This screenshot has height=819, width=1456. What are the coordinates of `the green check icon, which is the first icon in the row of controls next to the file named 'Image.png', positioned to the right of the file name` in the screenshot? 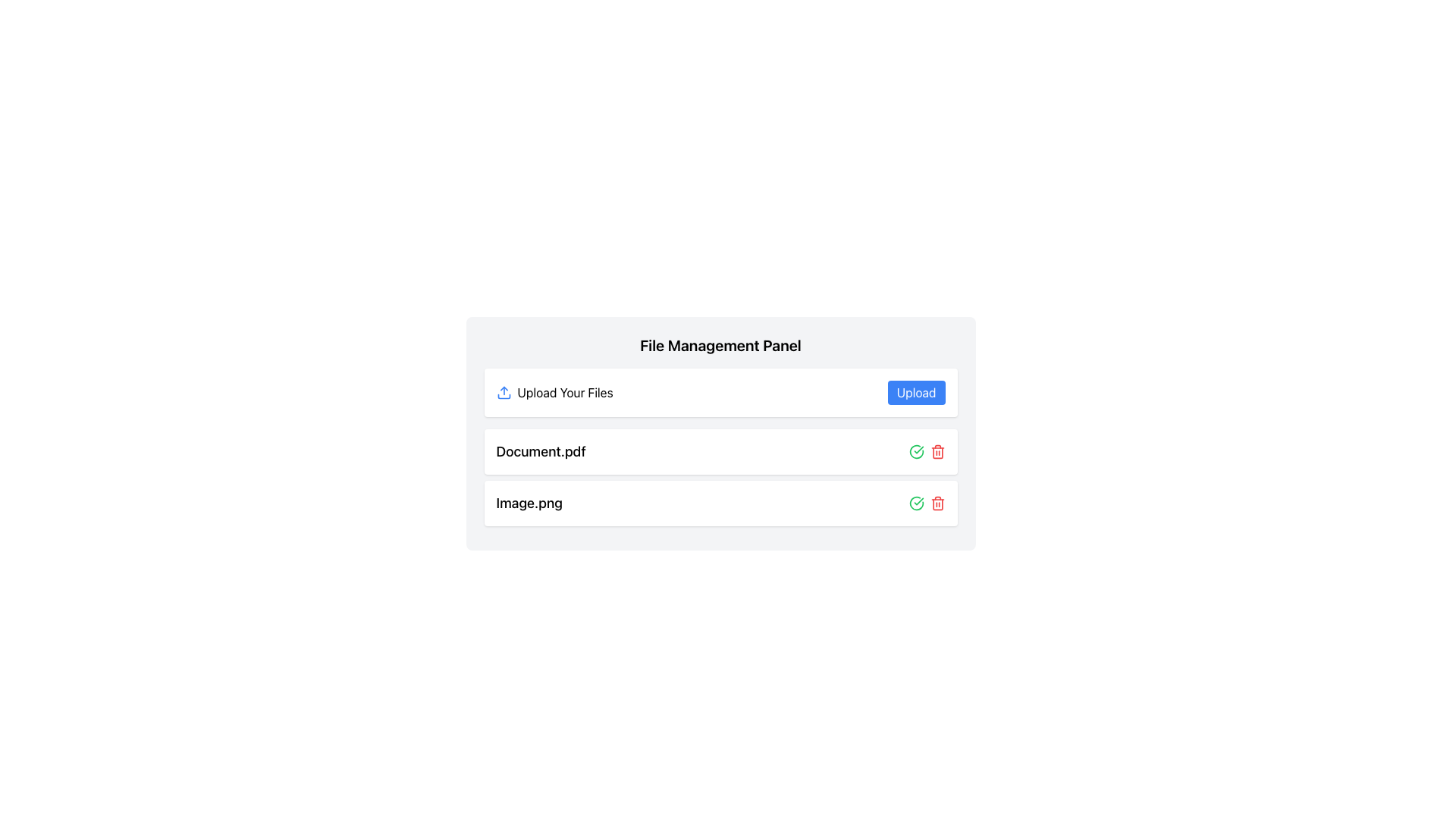 It's located at (915, 451).